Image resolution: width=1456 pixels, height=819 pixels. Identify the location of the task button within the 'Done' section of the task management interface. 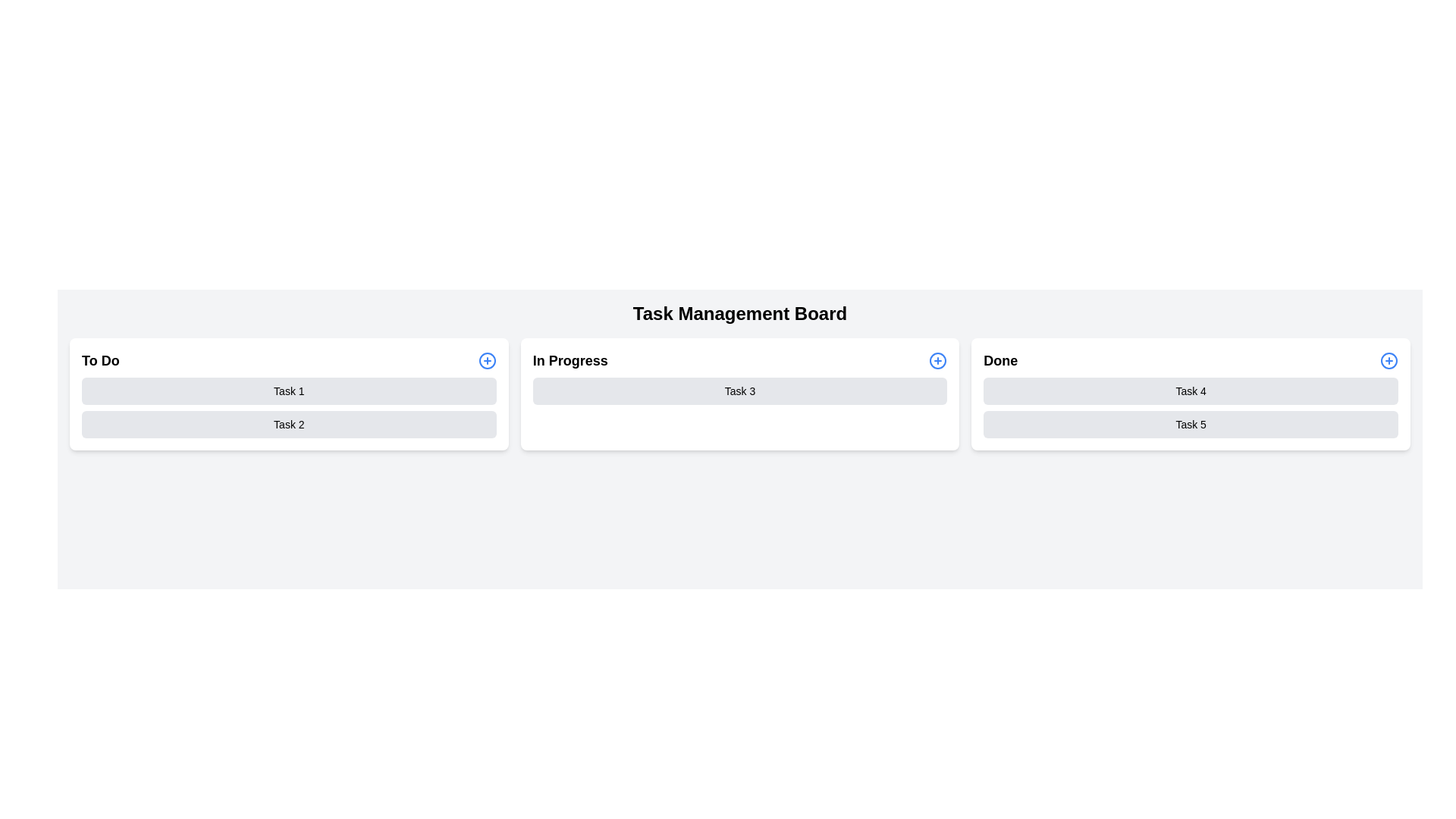
(1190, 394).